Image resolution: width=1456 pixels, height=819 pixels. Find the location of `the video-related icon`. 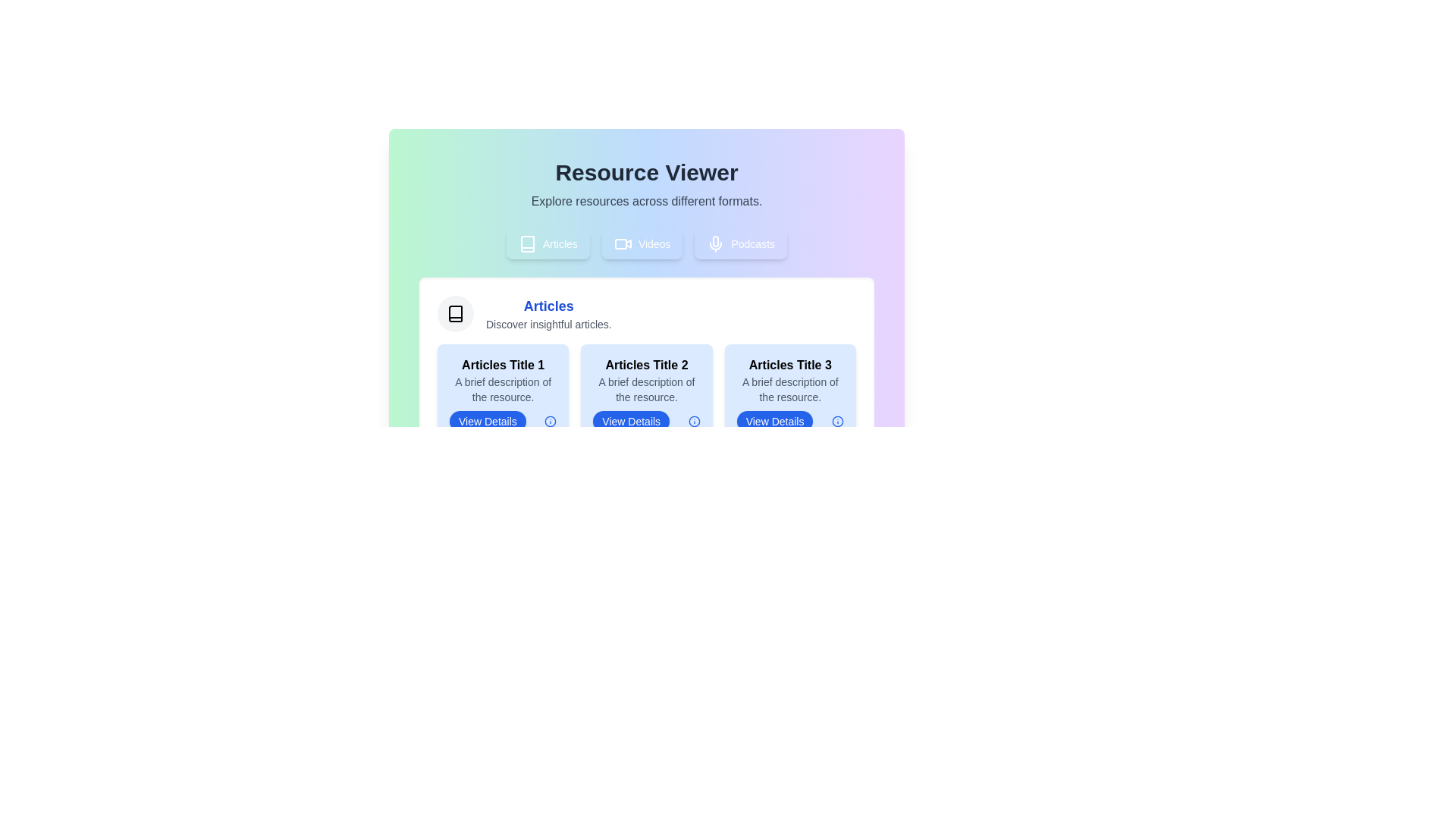

the video-related icon is located at coordinates (620, 243).